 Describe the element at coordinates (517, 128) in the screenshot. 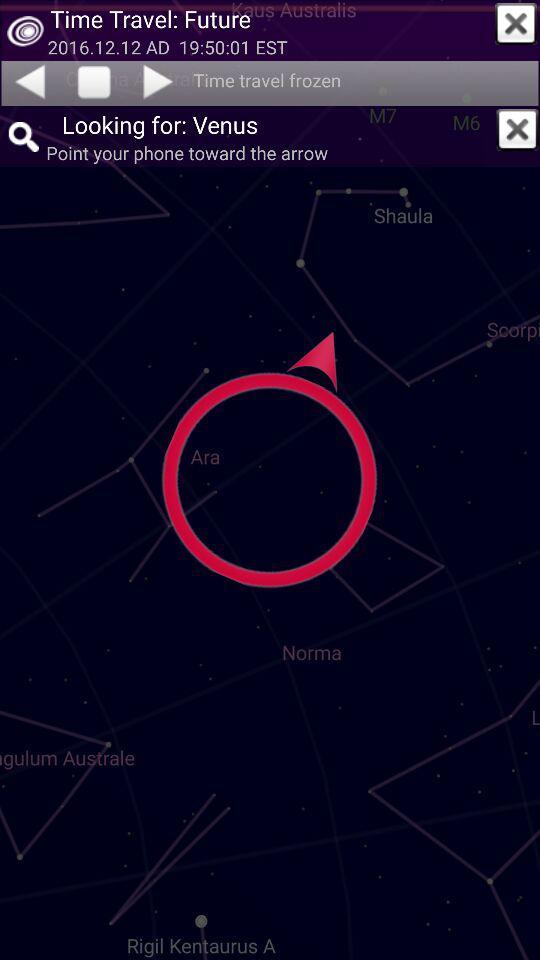

I see `window` at that location.